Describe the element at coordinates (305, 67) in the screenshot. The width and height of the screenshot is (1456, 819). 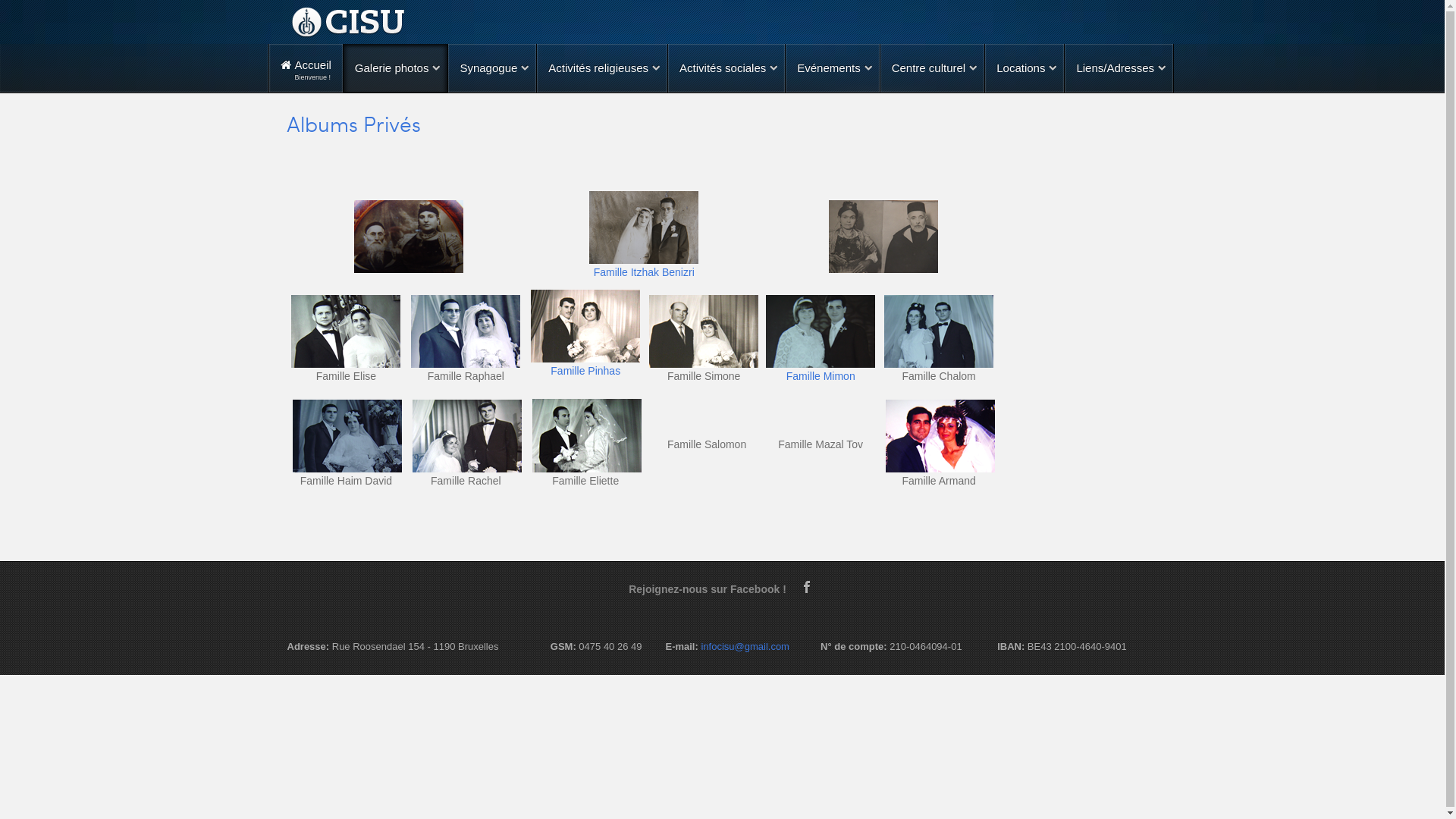
I see `'Accueil` at that location.